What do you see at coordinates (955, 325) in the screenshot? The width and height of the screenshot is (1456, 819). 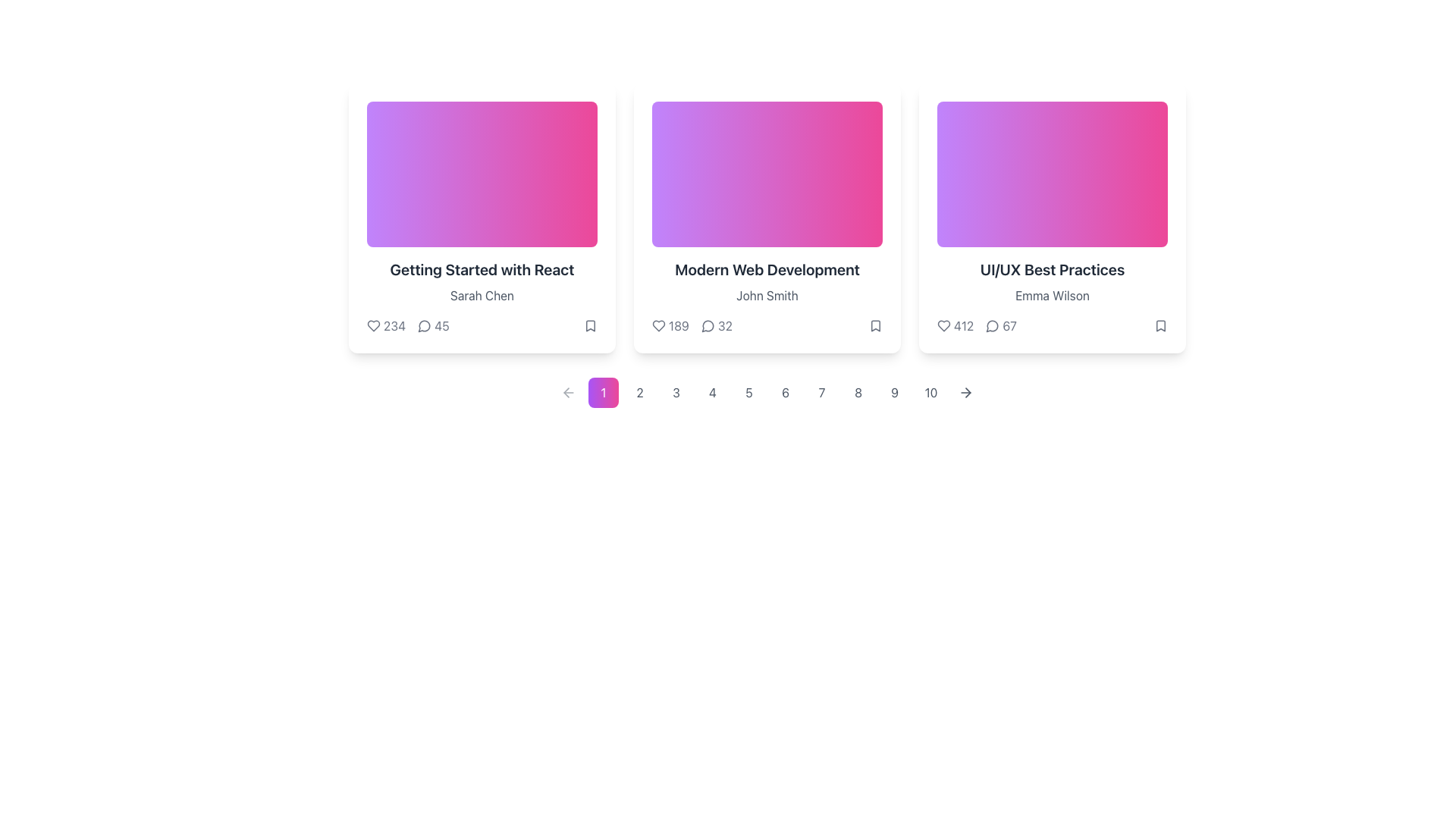 I see `the Interactive Text with Icon Pair containing an outlined heart icon and the number '412' to like the content` at bounding box center [955, 325].